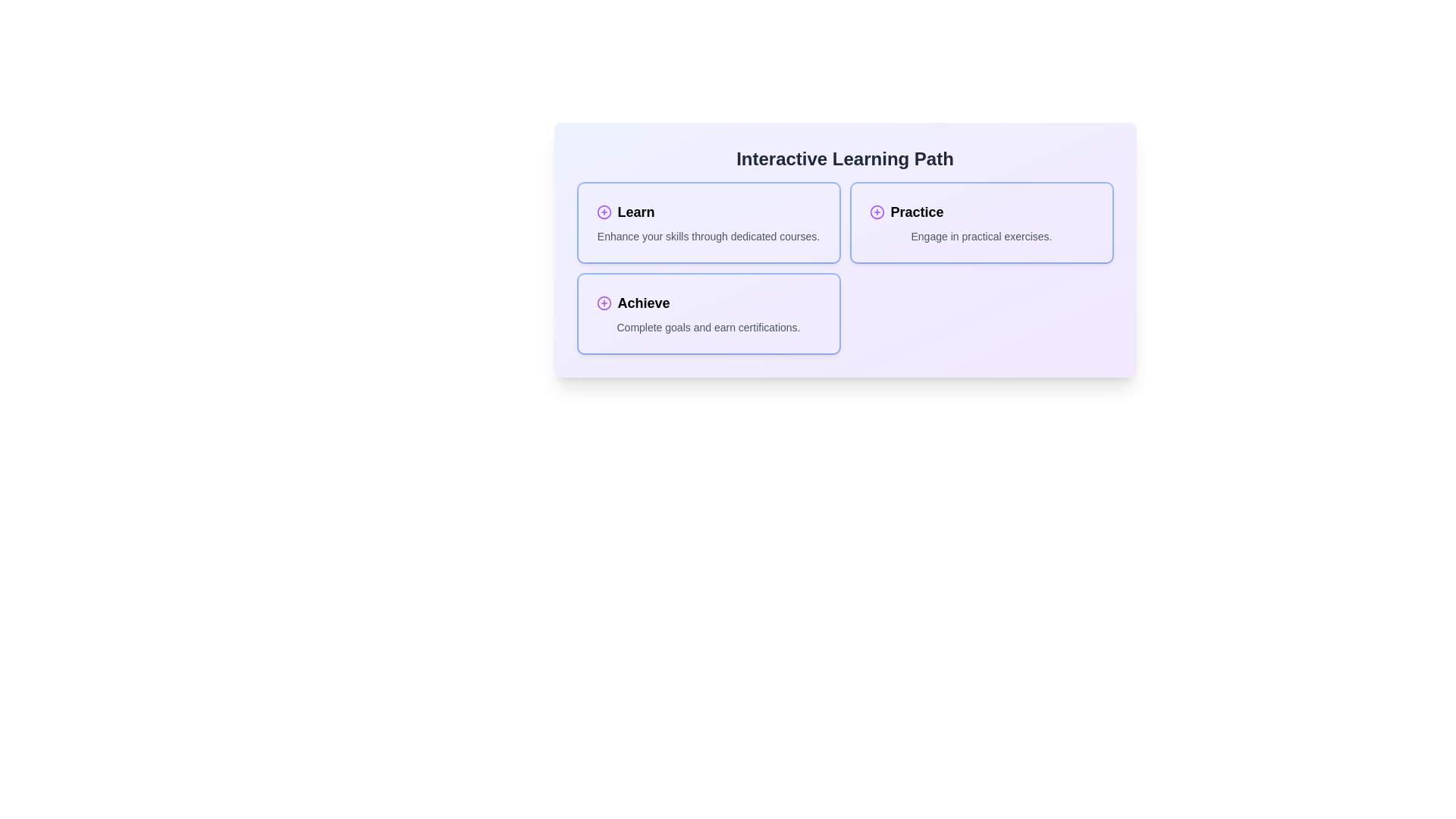  Describe the element at coordinates (603, 212) in the screenshot. I see `the circular icon preceding the text label 'Learn' within the first card of the interface to indicate an action point for creating or adding new items or learning paths` at that location.